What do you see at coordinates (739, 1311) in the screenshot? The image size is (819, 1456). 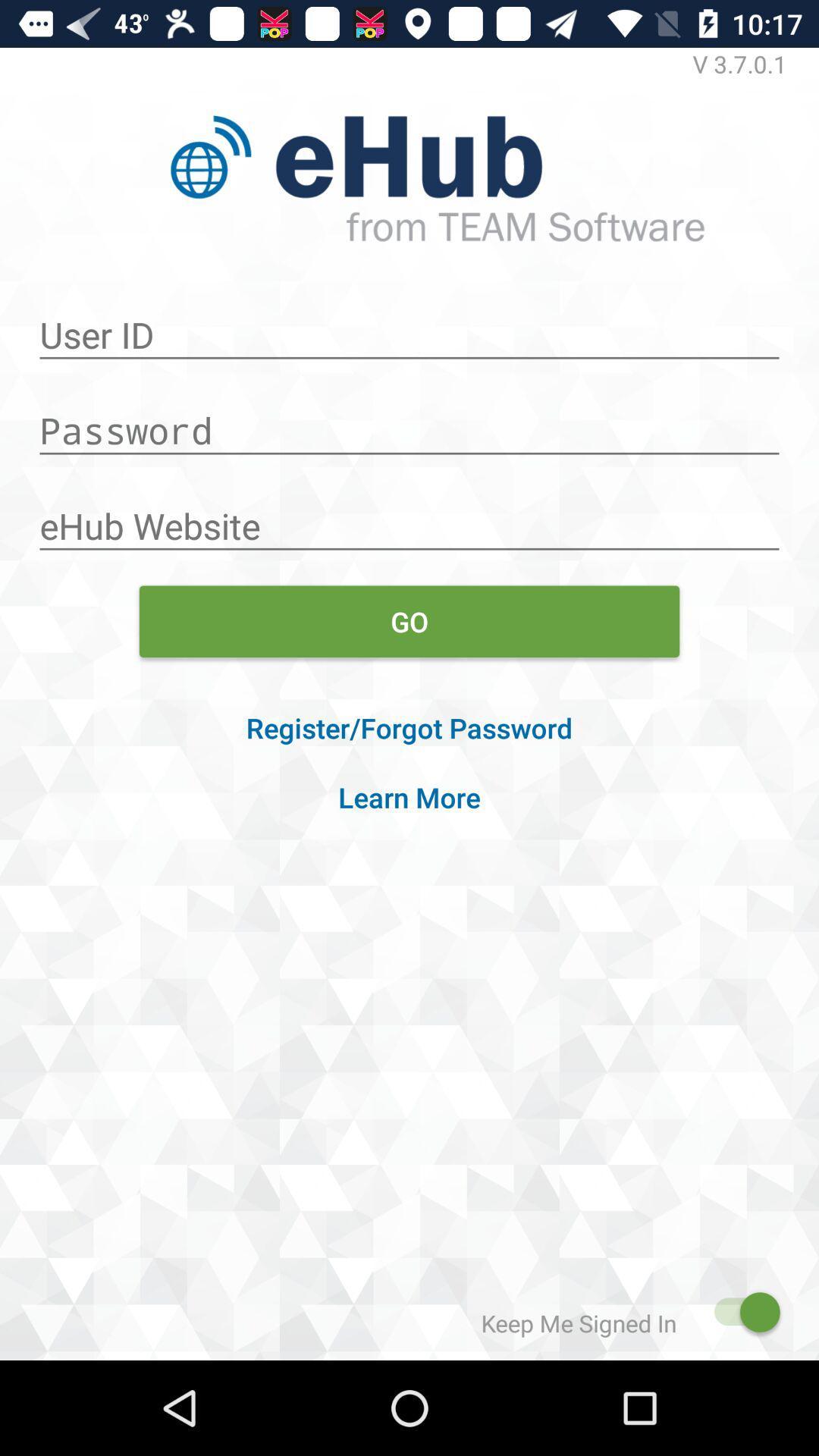 I see `keep me signed in button` at bounding box center [739, 1311].